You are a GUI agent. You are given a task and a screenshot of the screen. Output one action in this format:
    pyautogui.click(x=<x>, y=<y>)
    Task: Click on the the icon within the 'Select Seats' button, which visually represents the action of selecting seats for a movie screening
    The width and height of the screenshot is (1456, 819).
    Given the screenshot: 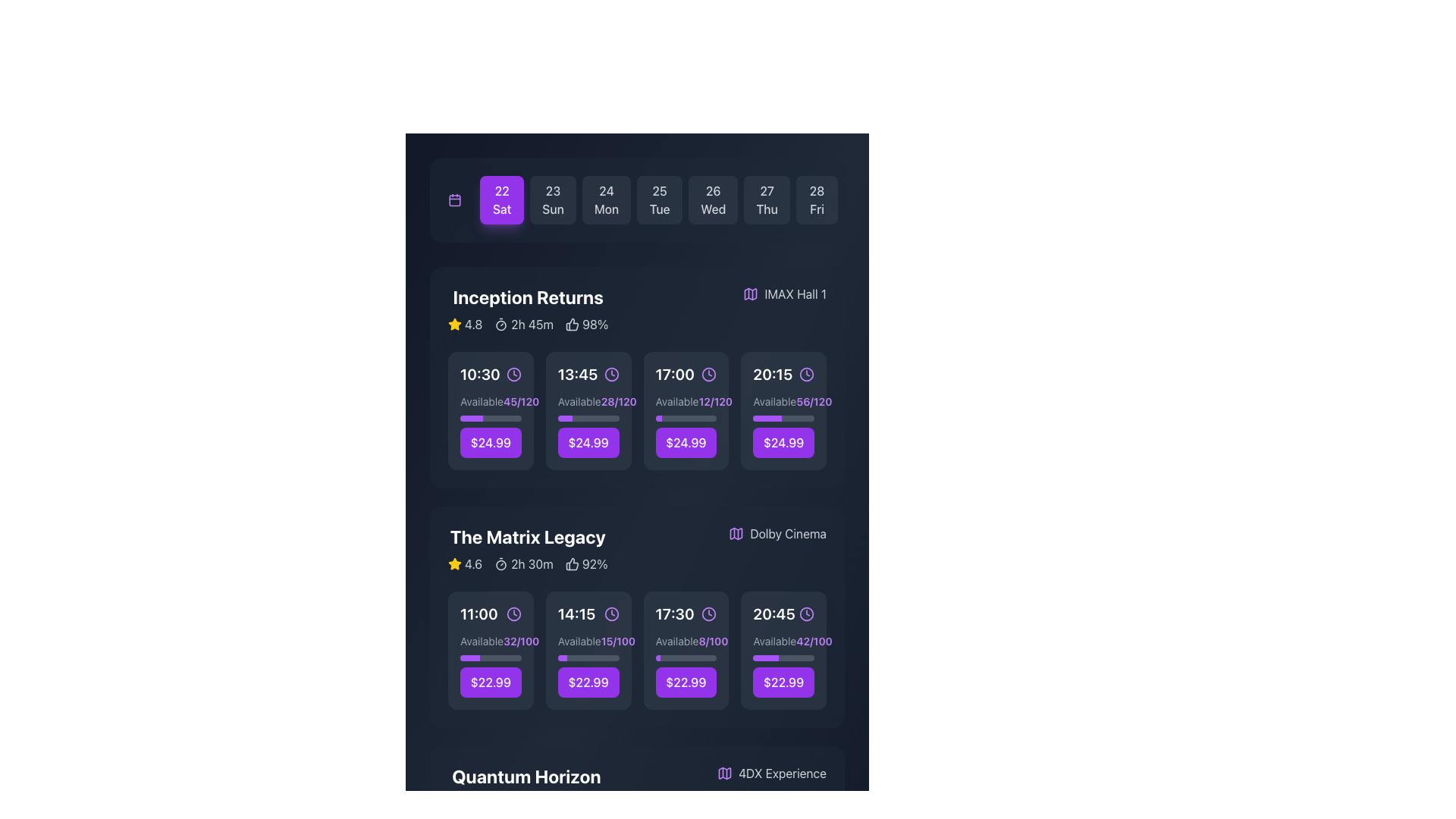 What is the action you would take?
    pyautogui.click(x=760, y=411)
    